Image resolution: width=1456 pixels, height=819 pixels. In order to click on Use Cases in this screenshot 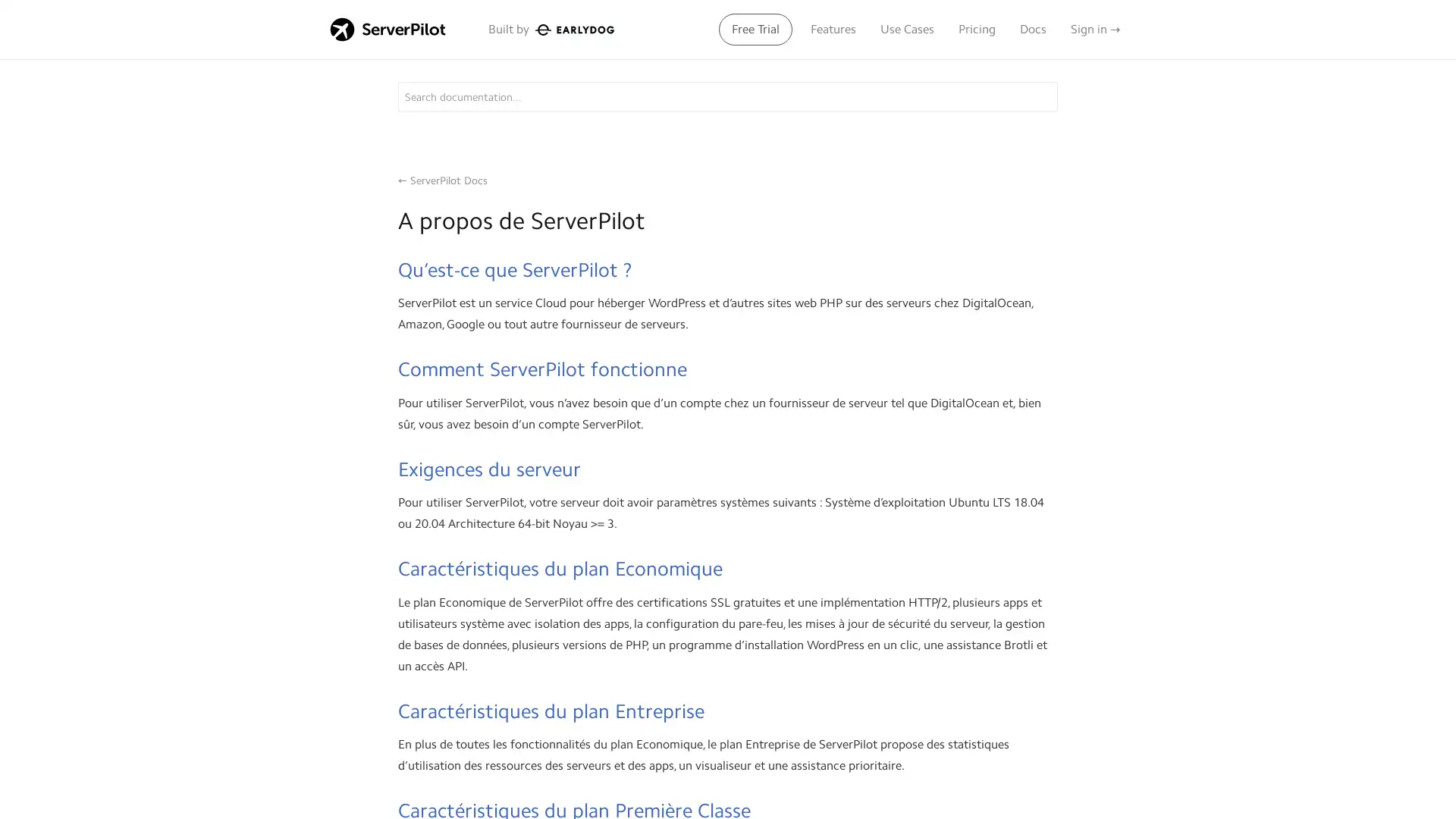, I will do `click(907, 29)`.